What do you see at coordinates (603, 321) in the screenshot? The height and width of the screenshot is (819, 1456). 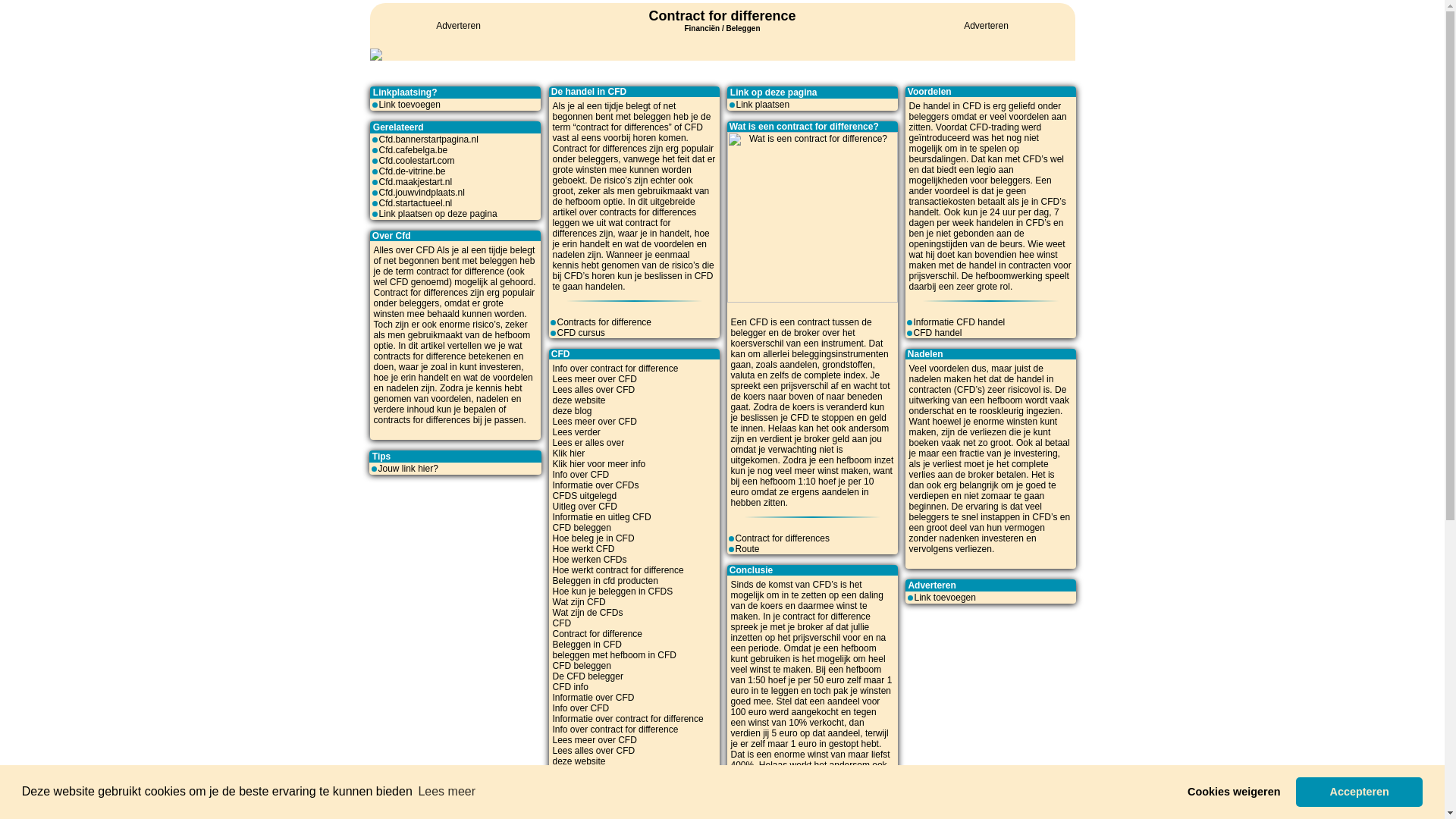 I see `'Contracts for difference'` at bounding box center [603, 321].